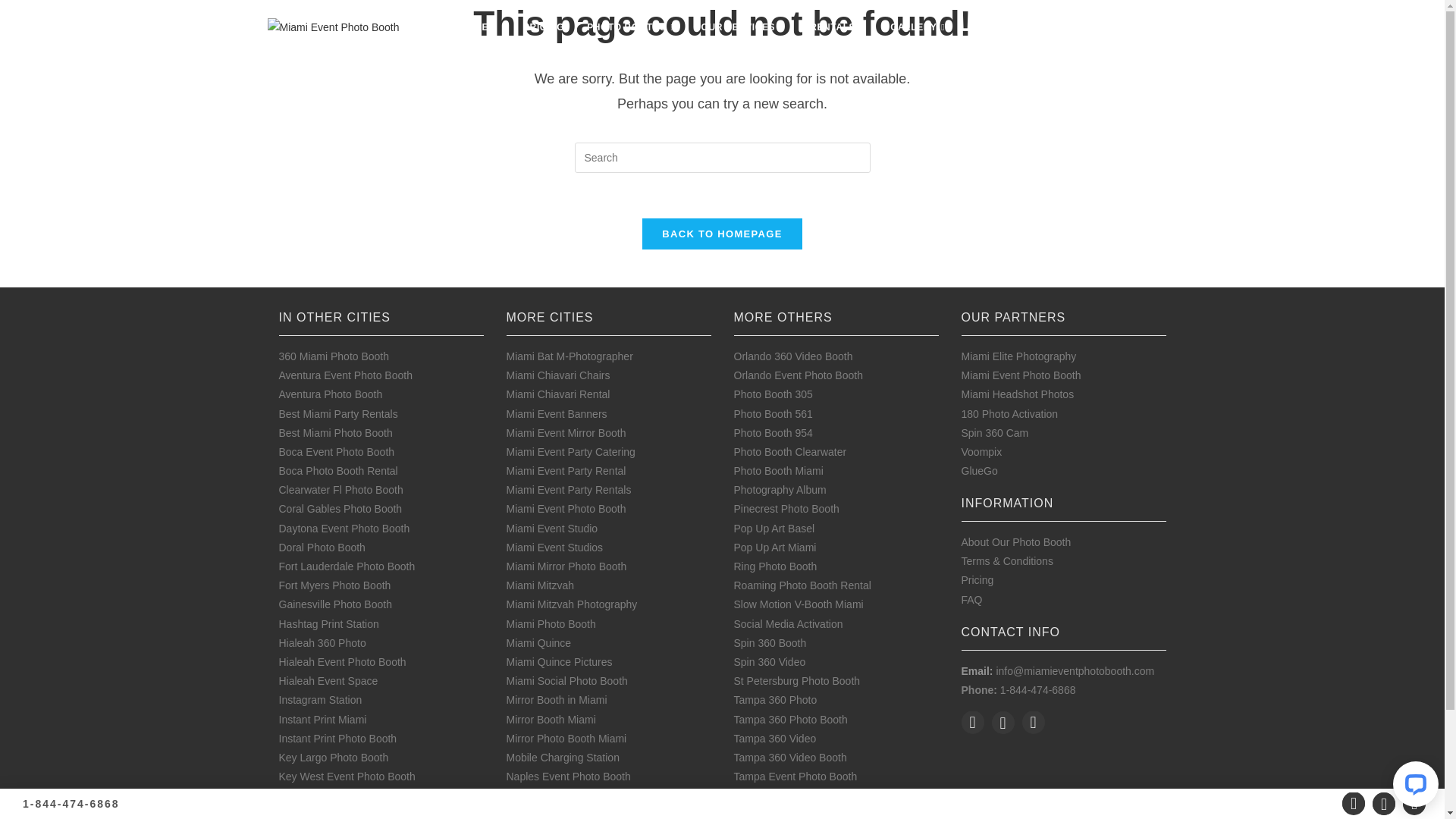 This screenshot has height=819, width=1456. Describe the element at coordinates (562, 758) in the screenshot. I see `'Mobile Charging Station'` at that location.